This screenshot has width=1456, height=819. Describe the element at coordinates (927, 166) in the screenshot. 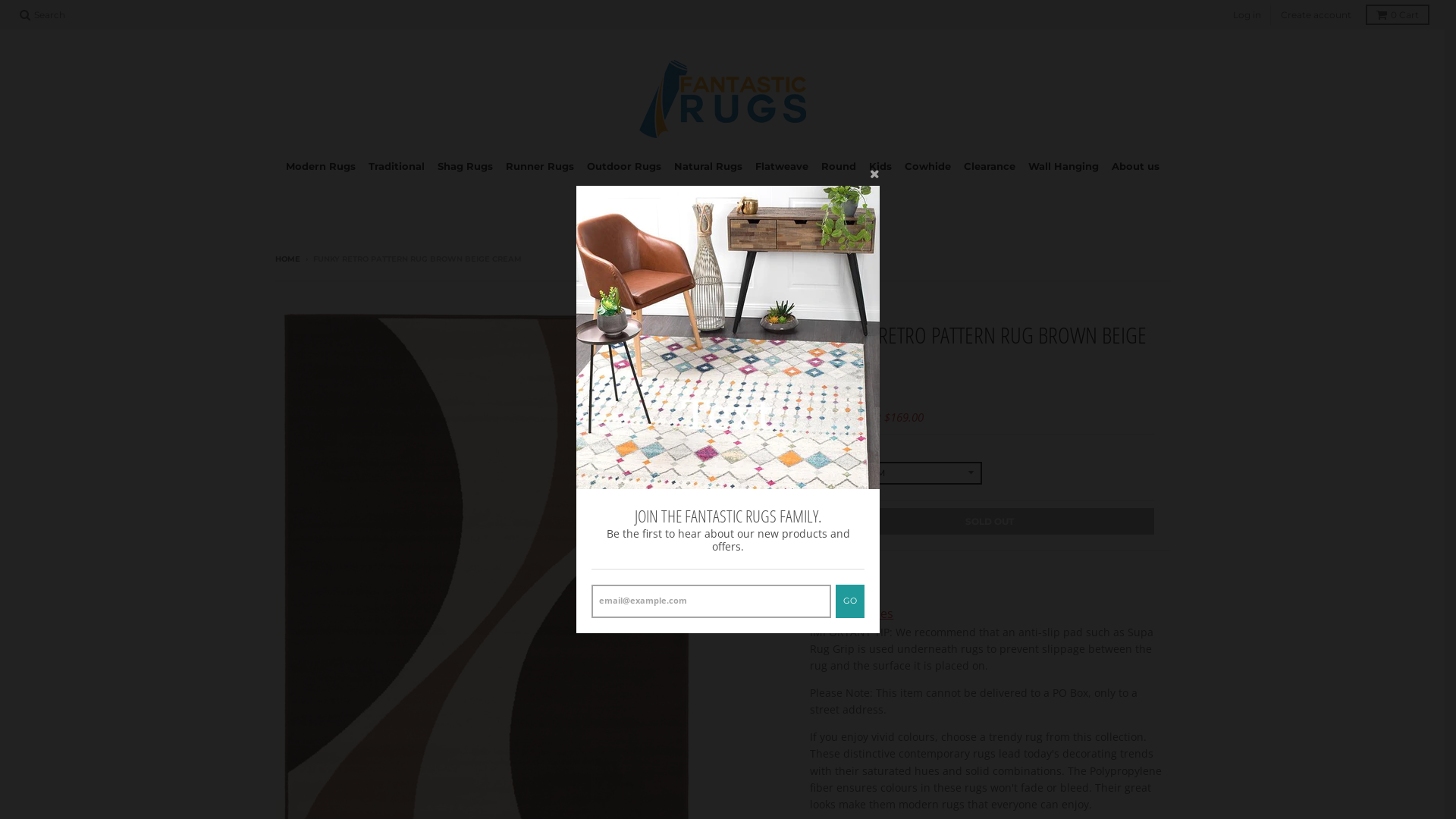

I see `'Cowhide'` at that location.